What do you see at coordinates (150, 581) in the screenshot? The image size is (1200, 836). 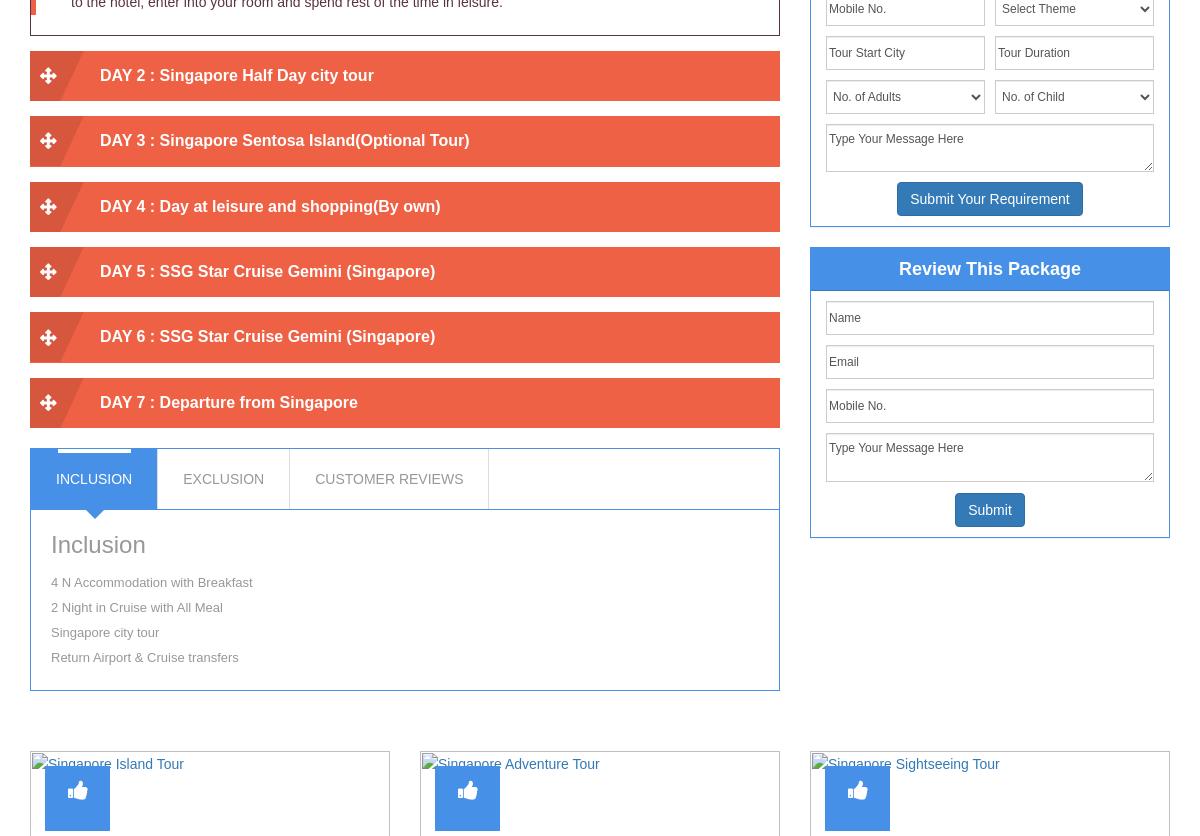 I see `'4 N Accommodation with Breakfast'` at bounding box center [150, 581].